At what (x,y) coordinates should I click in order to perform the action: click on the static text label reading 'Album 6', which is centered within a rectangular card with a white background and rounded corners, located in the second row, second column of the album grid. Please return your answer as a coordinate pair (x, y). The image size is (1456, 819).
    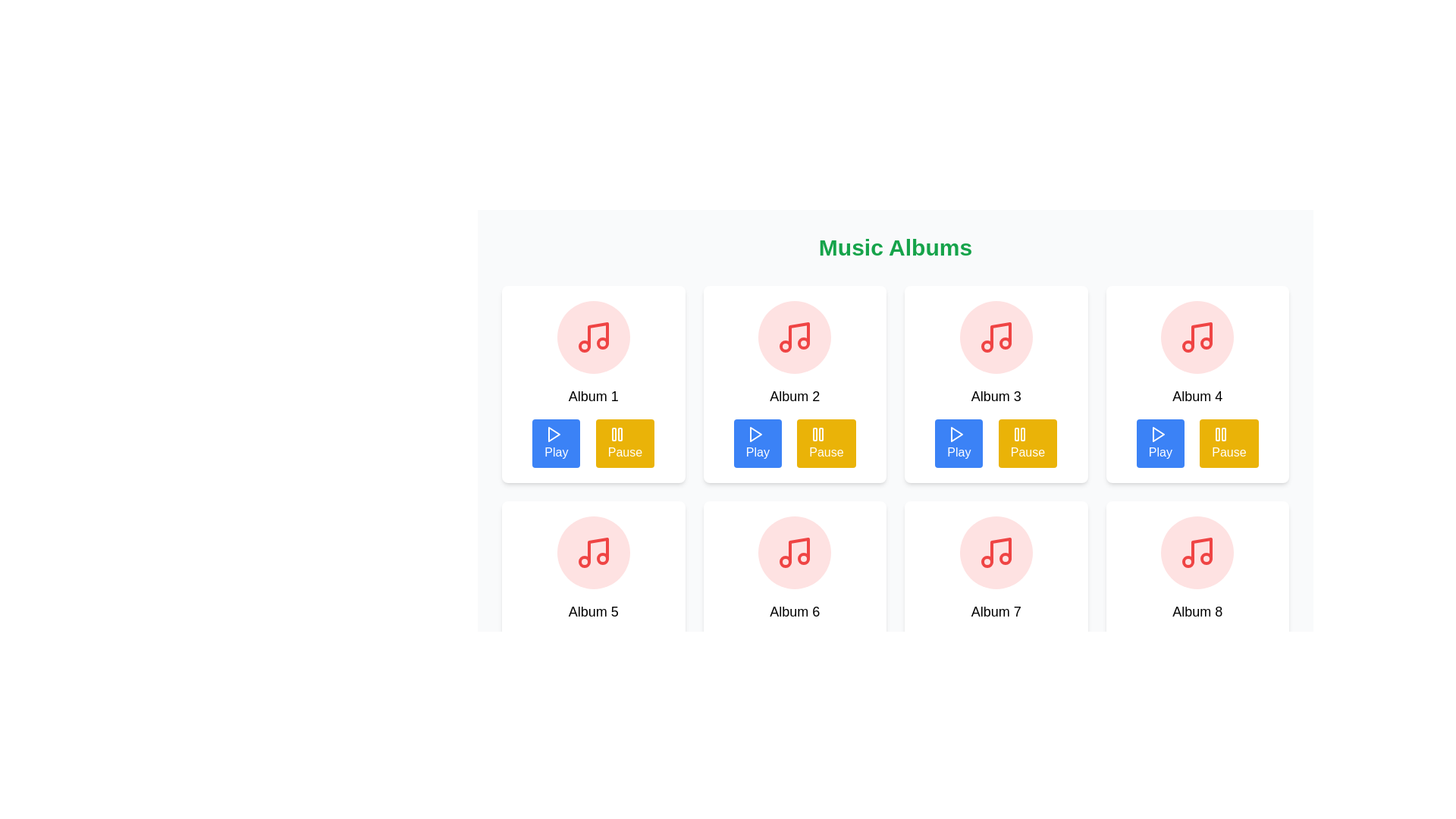
    Looking at the image, I should click on (794, 610).